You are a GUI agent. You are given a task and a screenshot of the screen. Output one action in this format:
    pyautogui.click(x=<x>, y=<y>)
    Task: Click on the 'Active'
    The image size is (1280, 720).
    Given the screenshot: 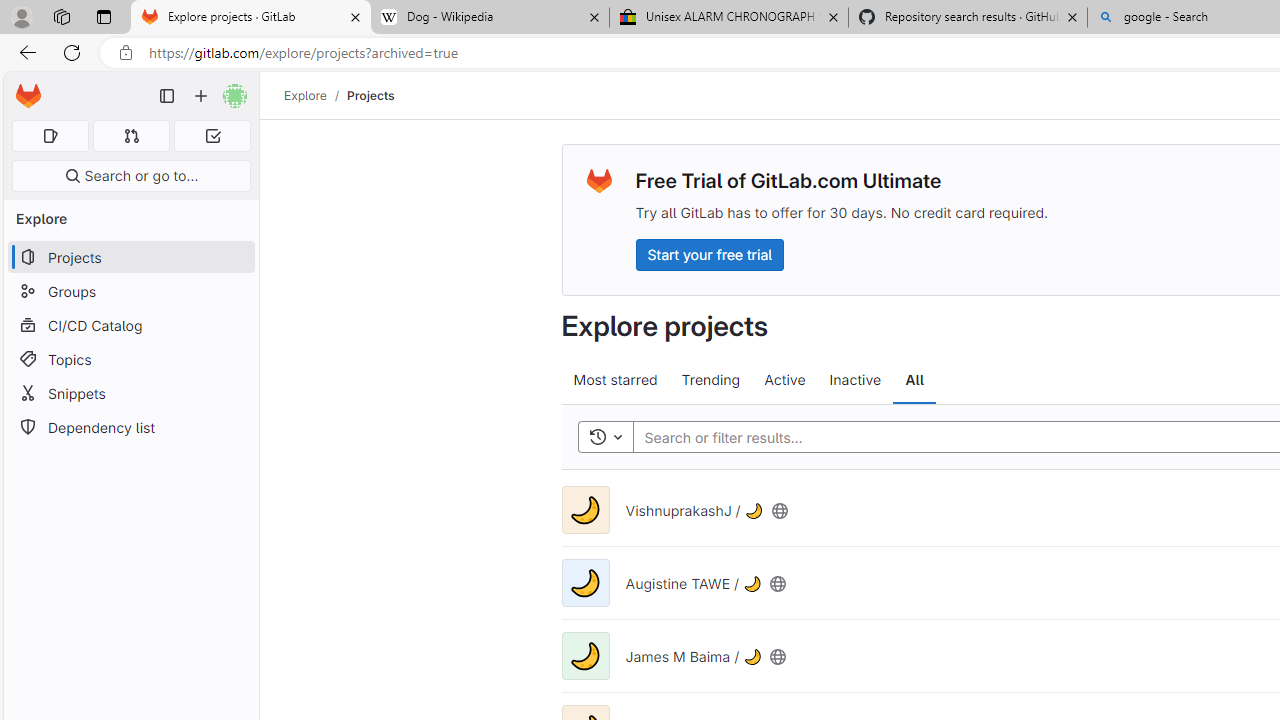 What is the action you would take?
    pyautogui.click(x=784, y=380)
    